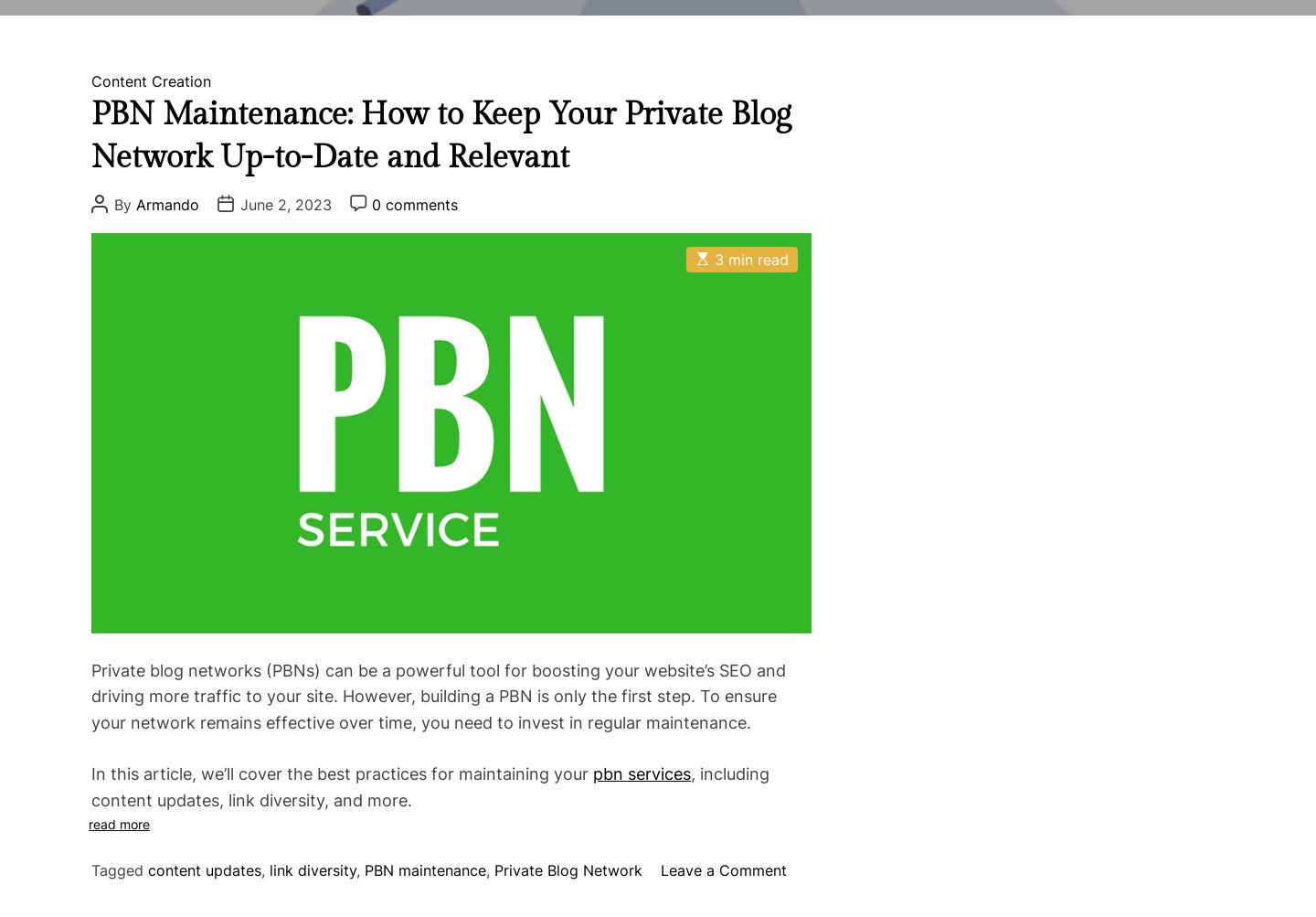 This screenshot has height=917, width=1316. What do you see at coordinates (541, 414) in the screenshot?
I see `'Keyword Research'` at bounding box center [541, 414].